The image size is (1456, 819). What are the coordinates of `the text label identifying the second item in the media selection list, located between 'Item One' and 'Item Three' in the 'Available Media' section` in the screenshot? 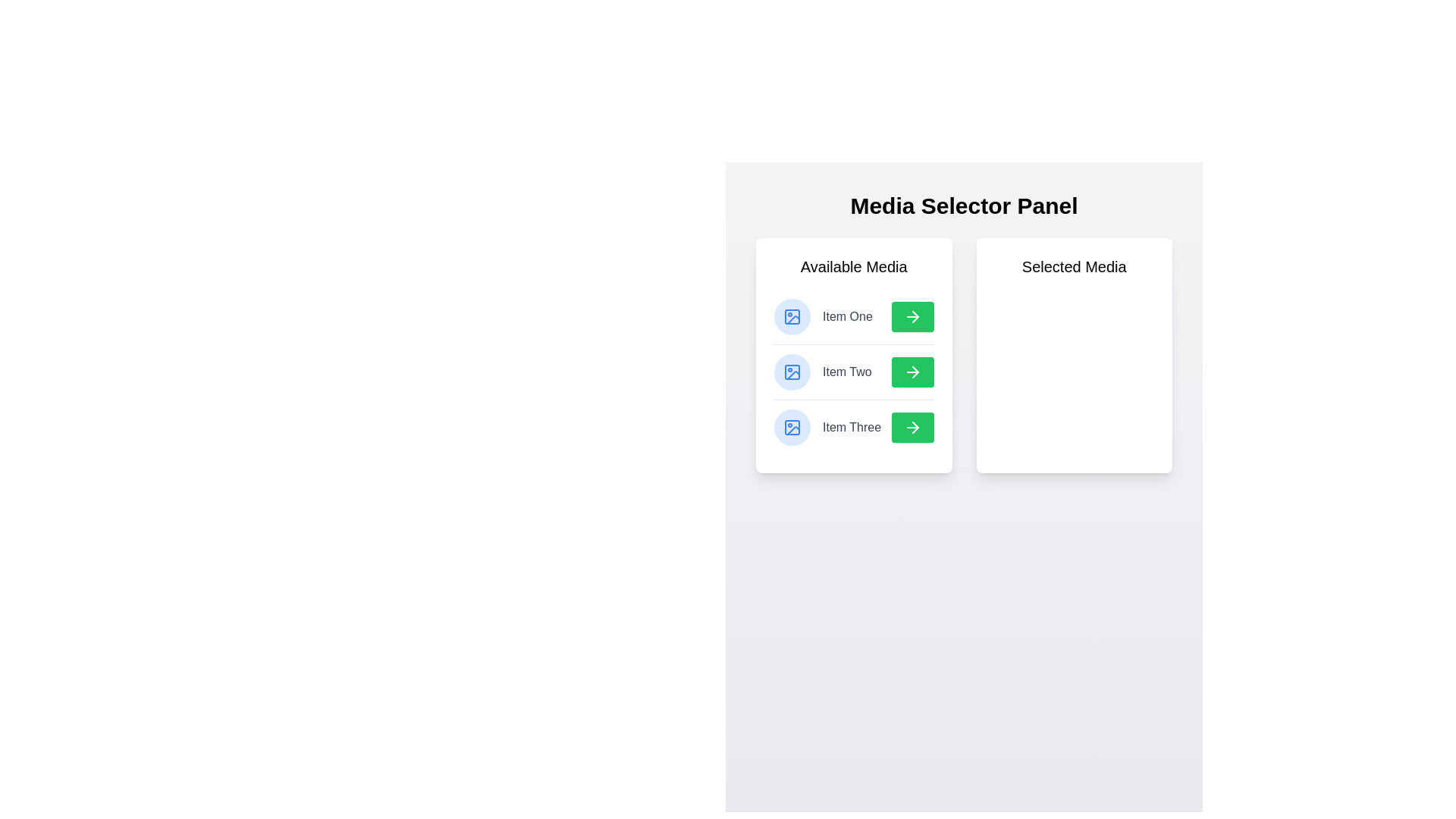 It's located at (846, 372).